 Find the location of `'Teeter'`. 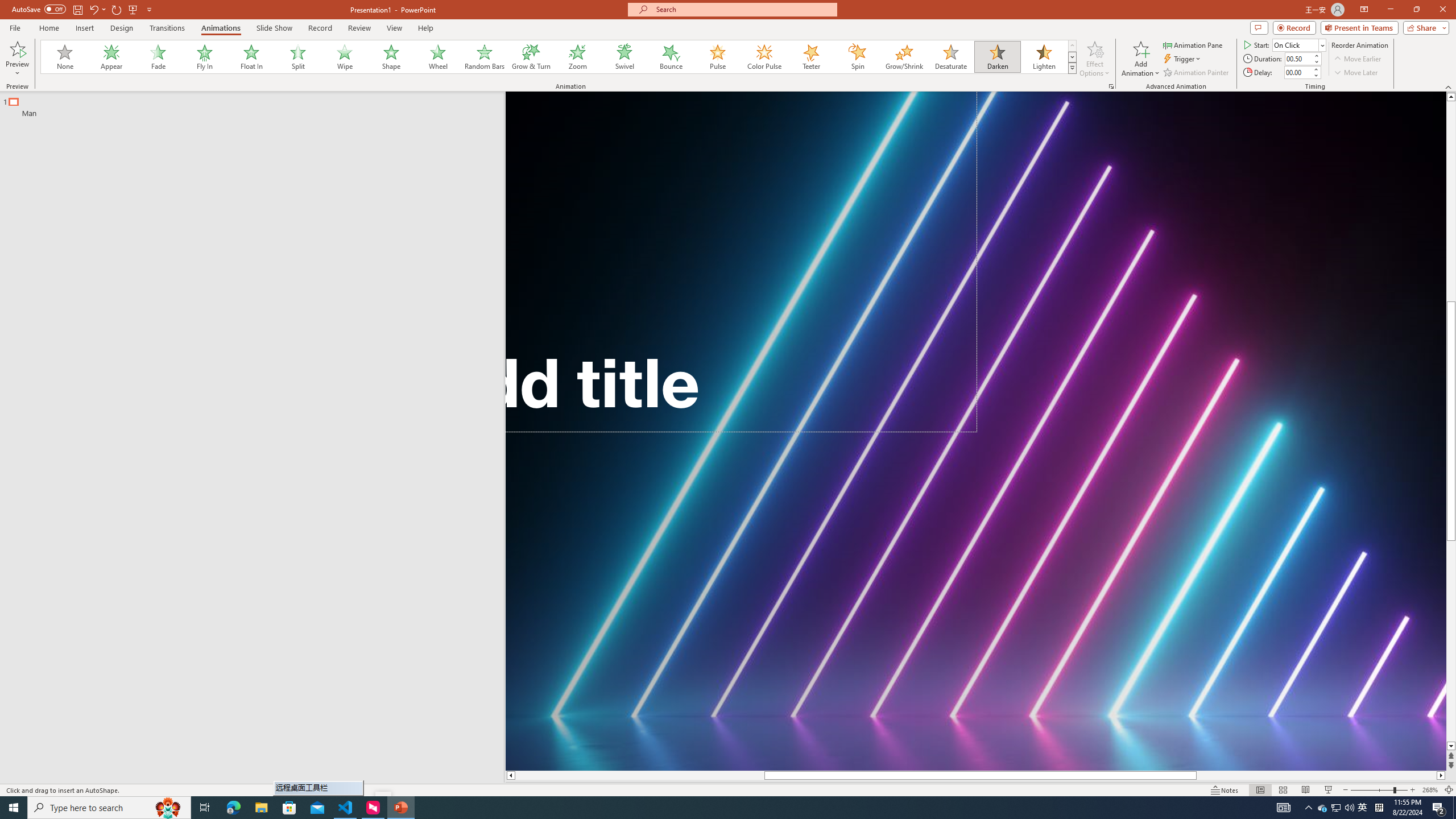

'Teeter' is located at coordinates (810, 56).